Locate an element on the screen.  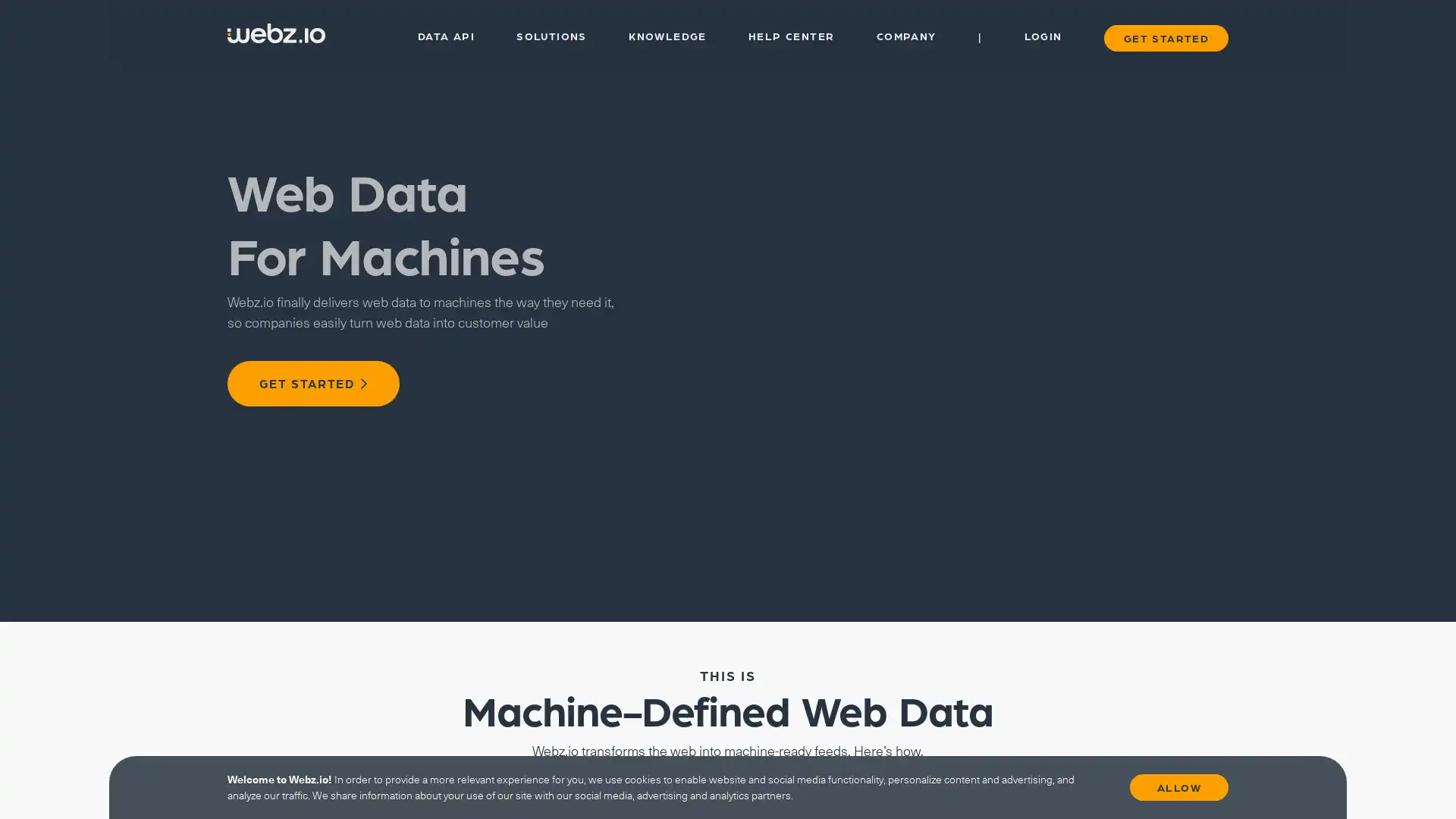
GET STARTED is located at coordinates (1164, 36).